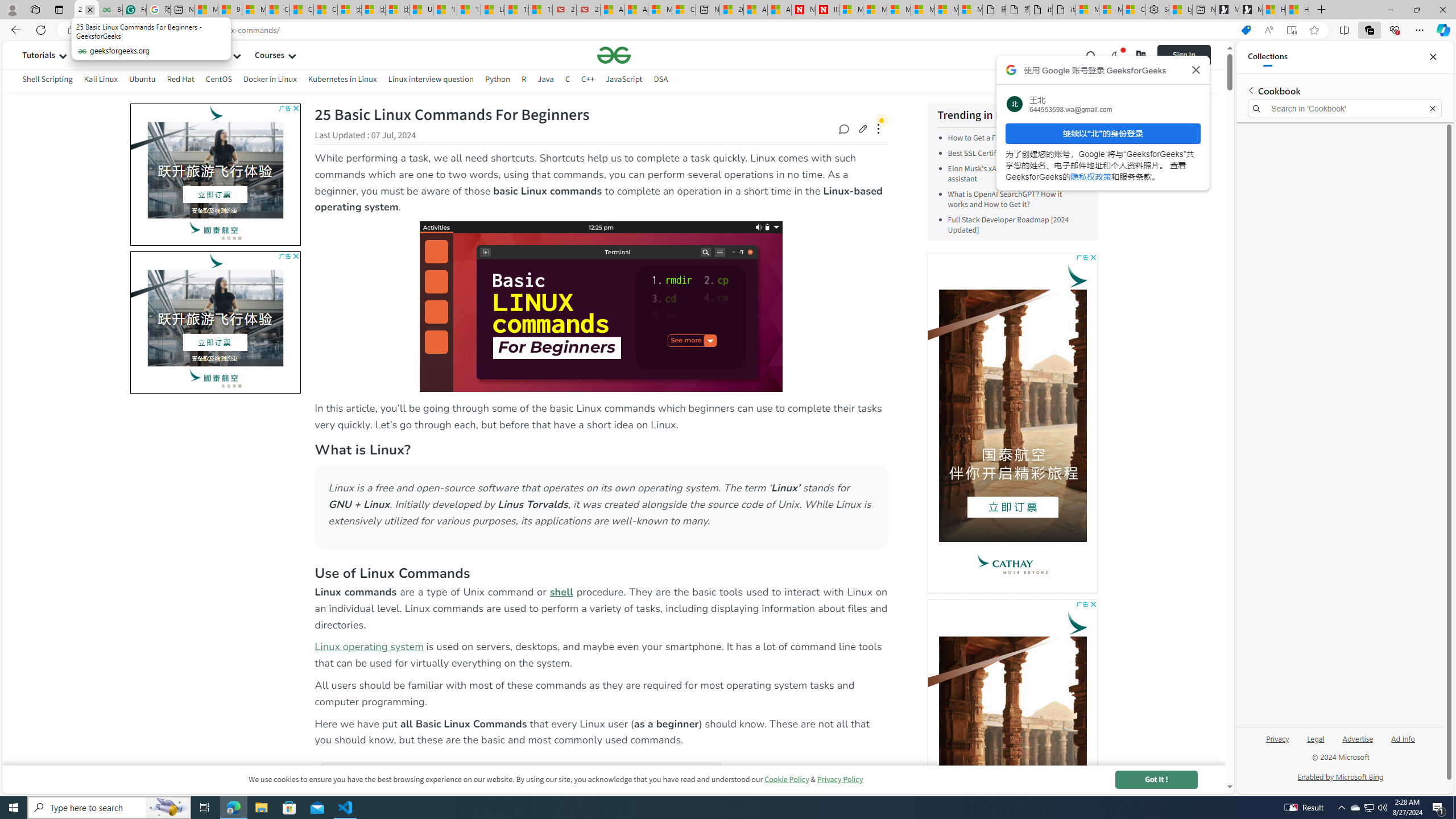 The width and height of the screenshot is (1456, 819). I want to click on 'Docker in Linux', so click(269, 80).